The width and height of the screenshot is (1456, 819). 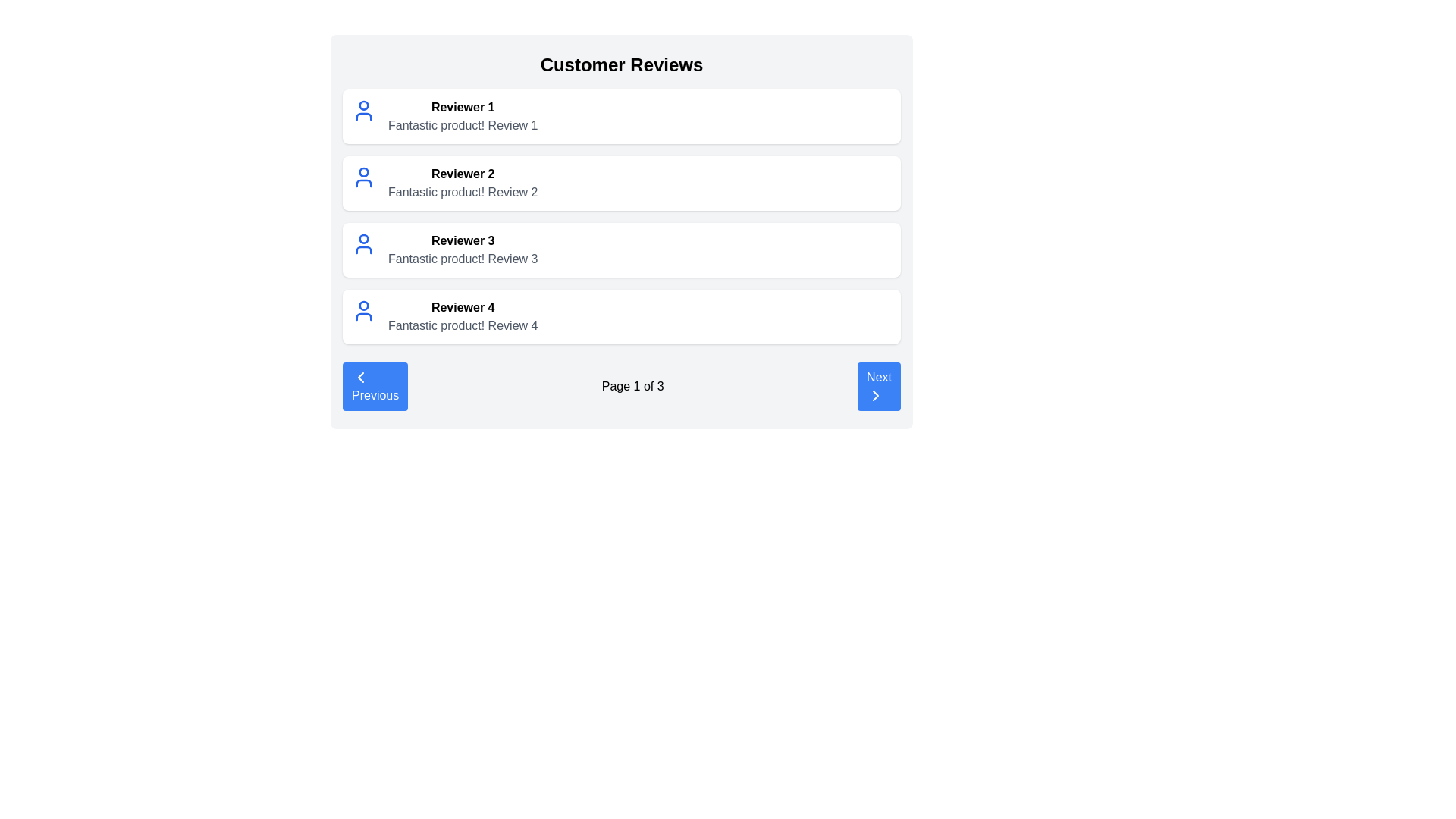 I want to click on static text that displays 'Fantastic product! Review 2', which is located in the 'Customer Reviews' section beneath 'Reviewer 2', so click(x=462, y=192).